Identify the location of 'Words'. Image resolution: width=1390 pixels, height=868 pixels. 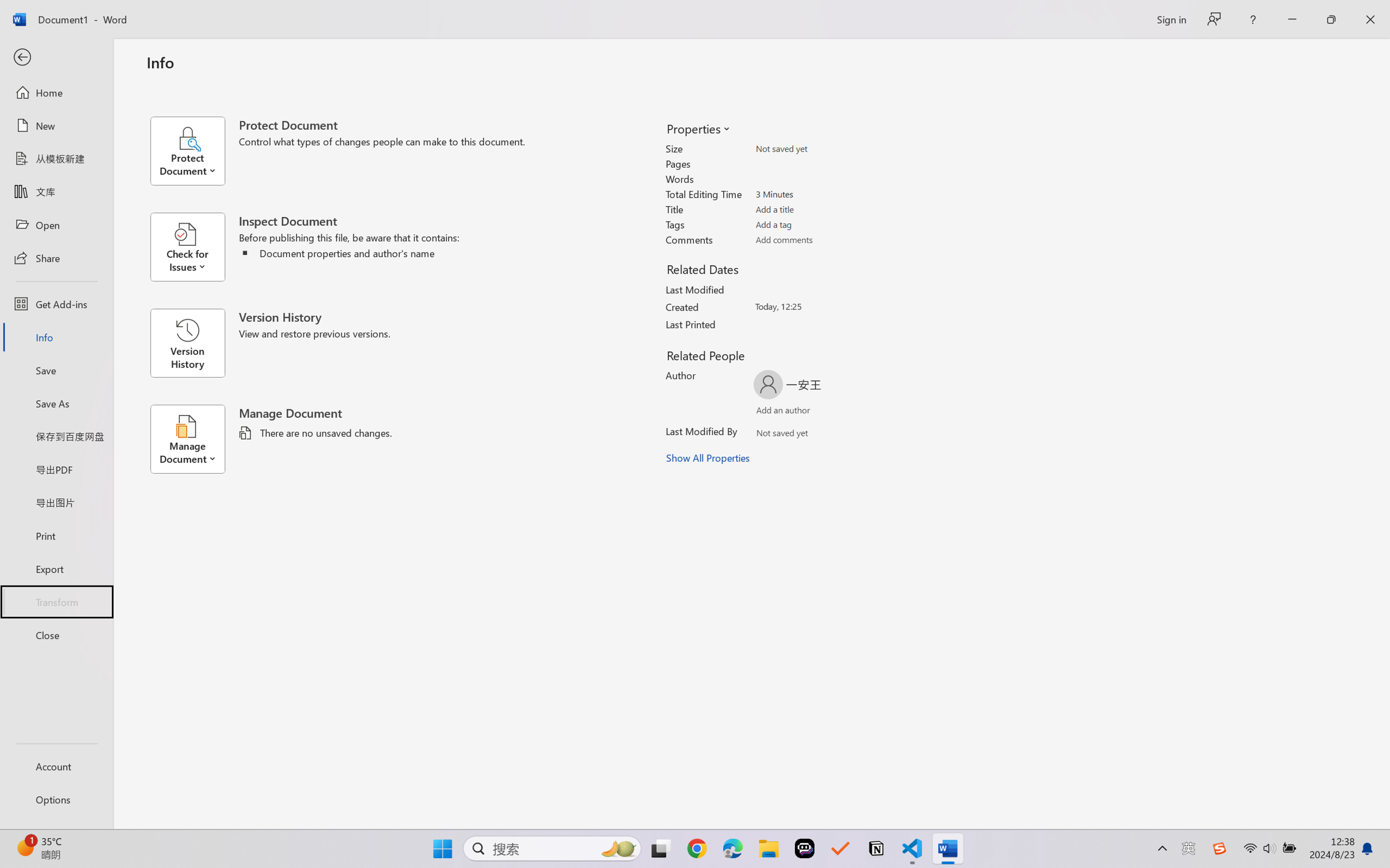
(819, 179).